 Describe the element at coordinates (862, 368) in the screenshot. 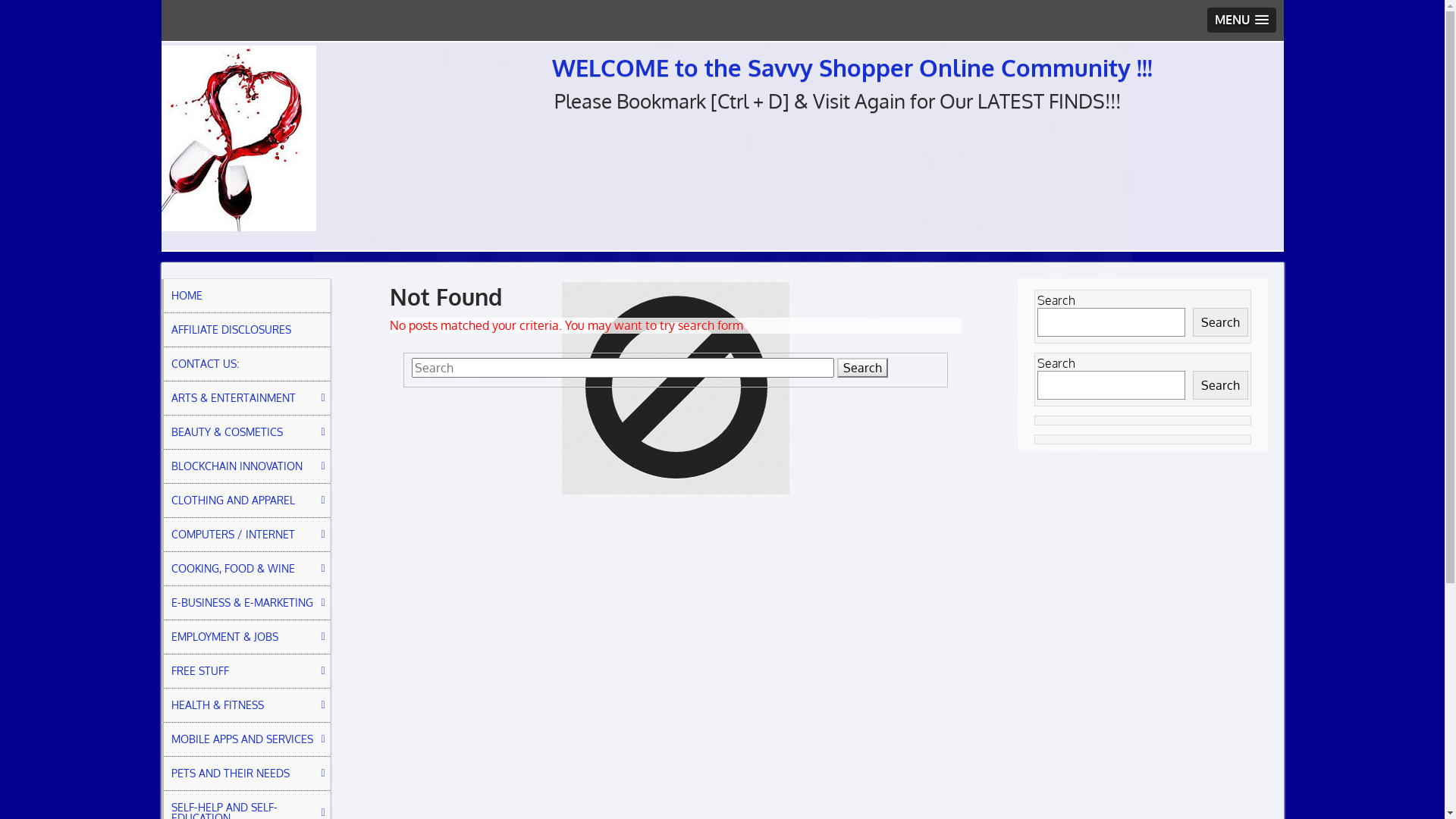

I see `'Search'` at that location.